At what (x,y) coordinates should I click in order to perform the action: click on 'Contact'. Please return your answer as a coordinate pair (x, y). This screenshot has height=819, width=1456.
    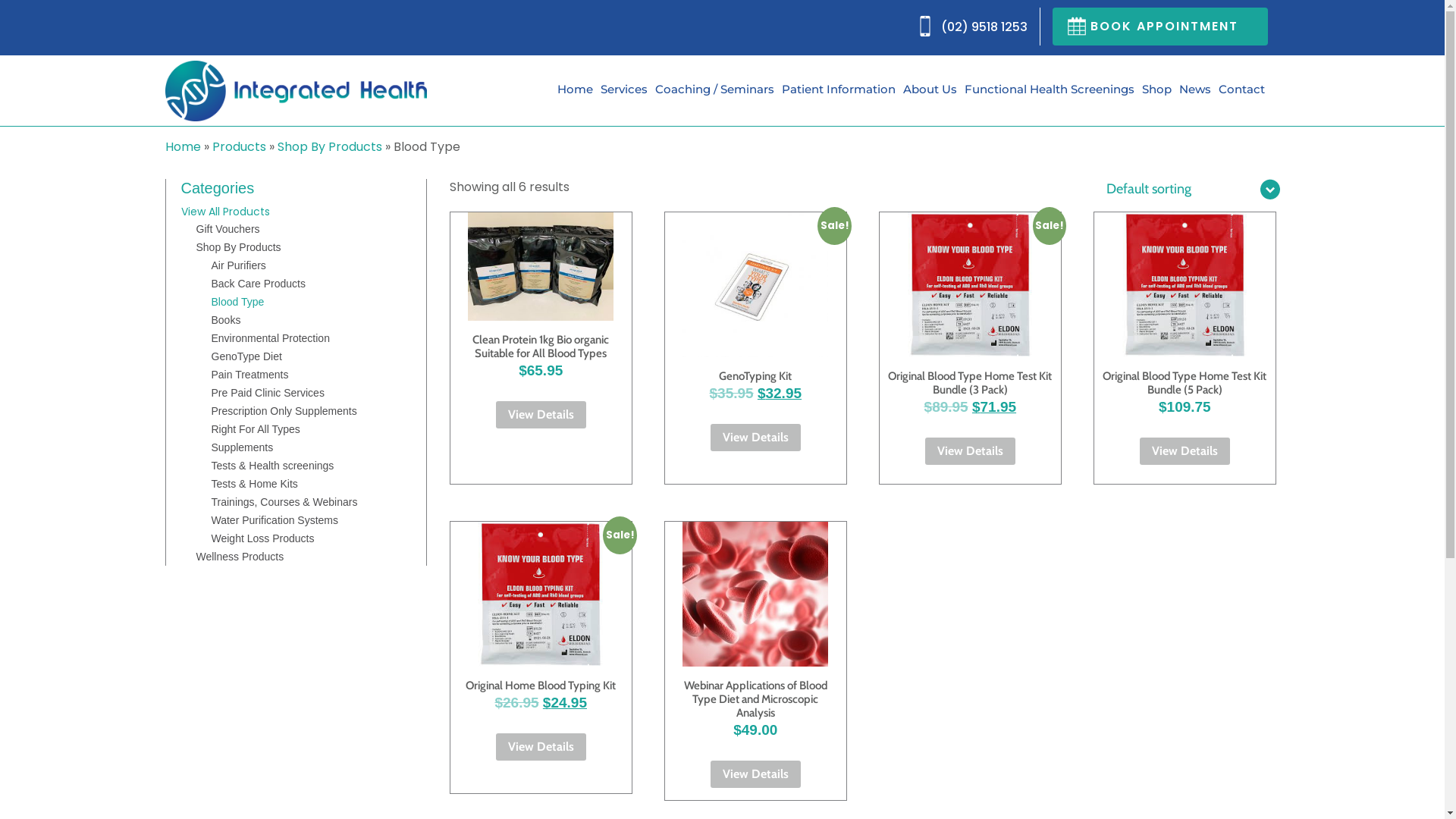
    Looking at the image, I should click on (1241, 89).